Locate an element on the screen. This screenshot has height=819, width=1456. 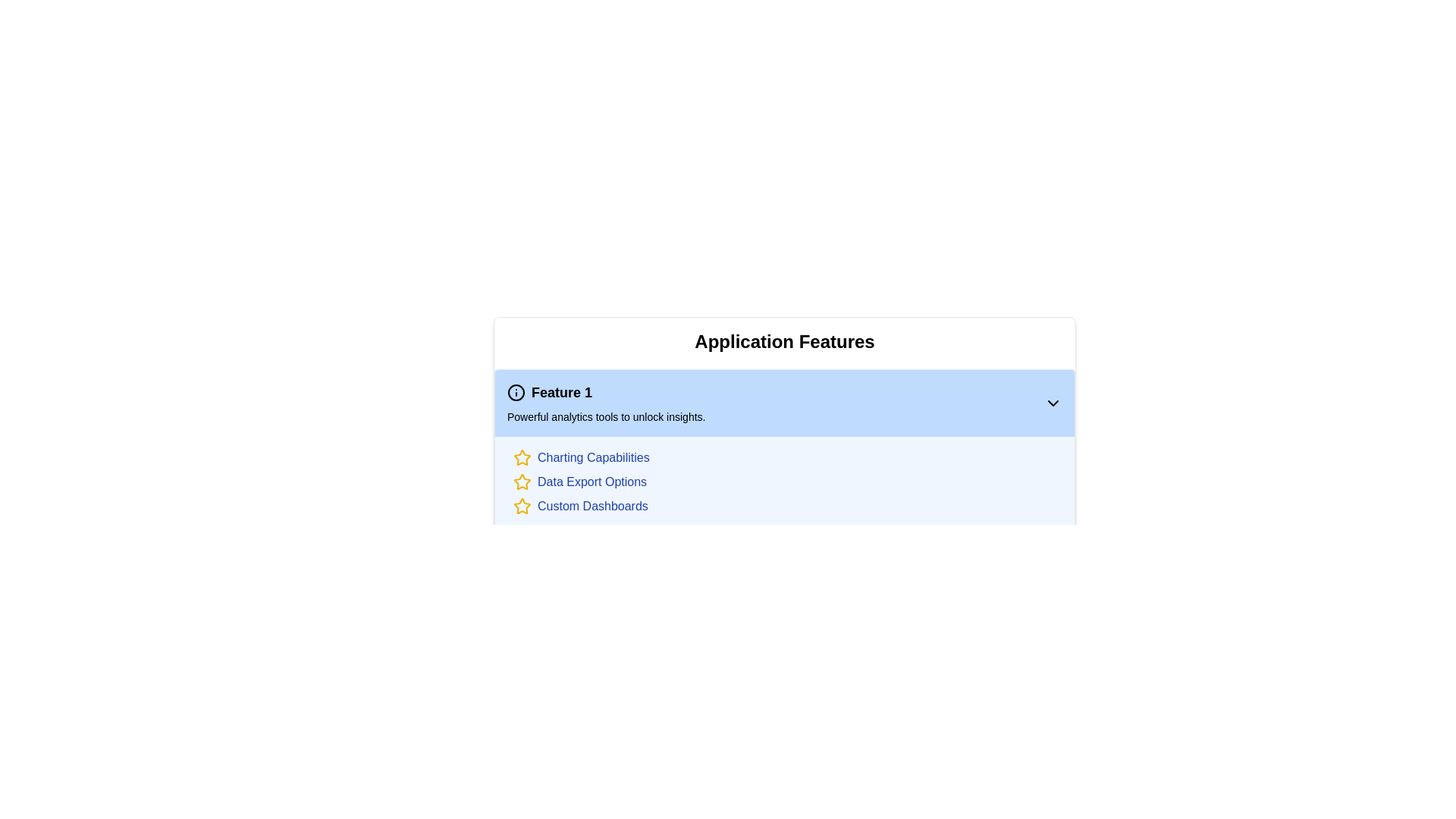
the star-shaped icon with a yellow fill and rounded edge outline, located to the left of the 'Data Export Options' text in the 'Application Features' section to interact with the feature it represents is located at coordinates (522, 482).